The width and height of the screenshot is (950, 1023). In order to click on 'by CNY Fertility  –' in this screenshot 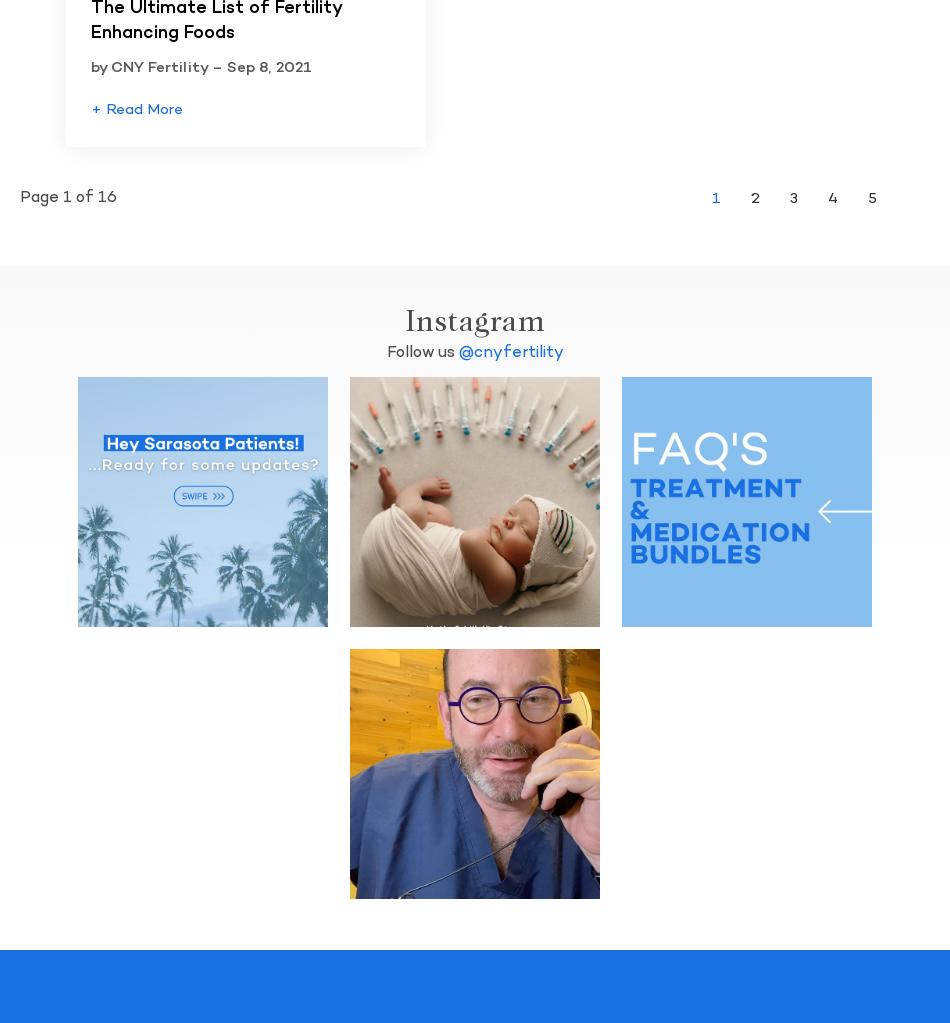, I will do `click(158, 67)`.